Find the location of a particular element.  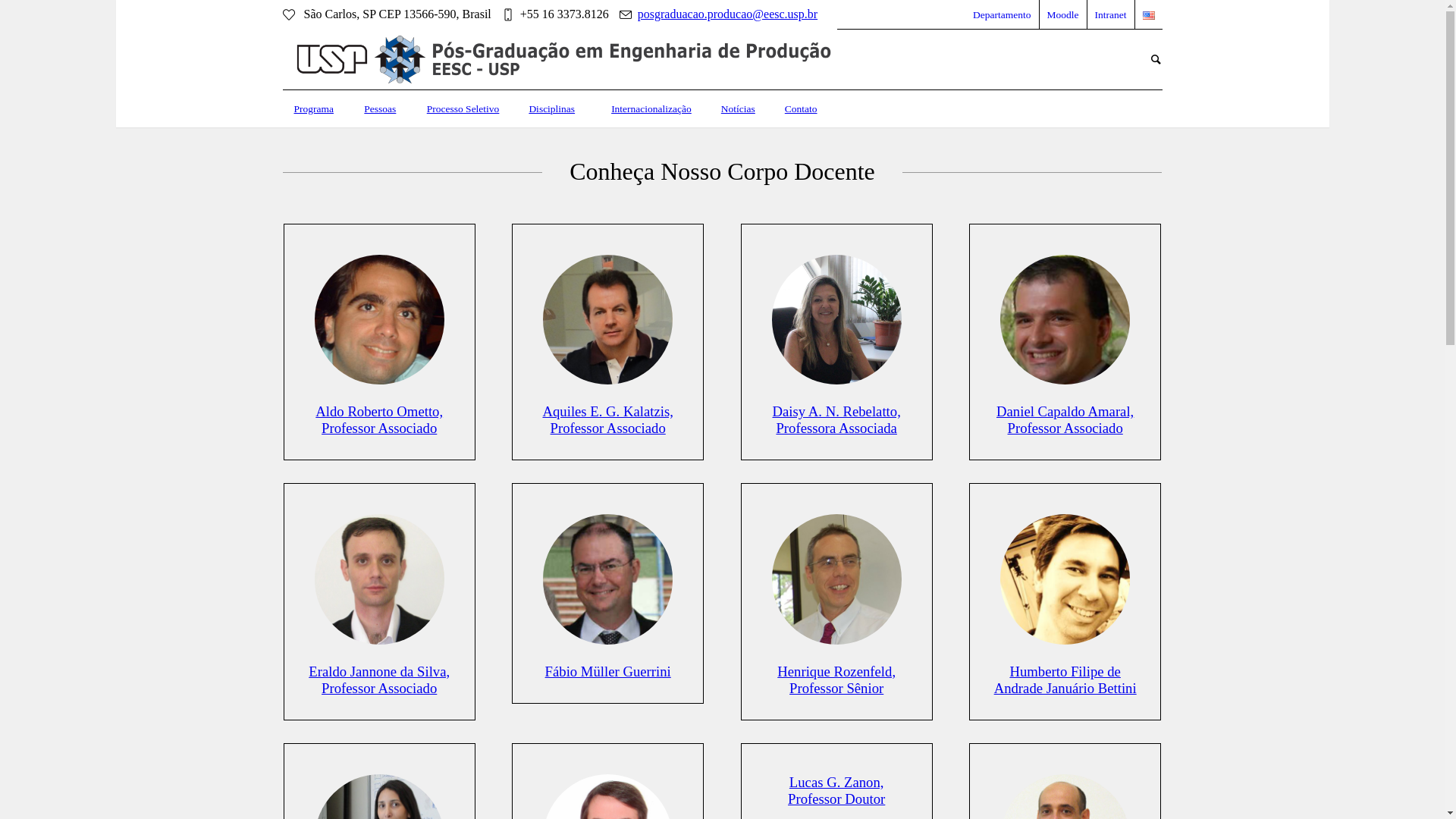

'Pessoas' is located at coordinates (379, 108).